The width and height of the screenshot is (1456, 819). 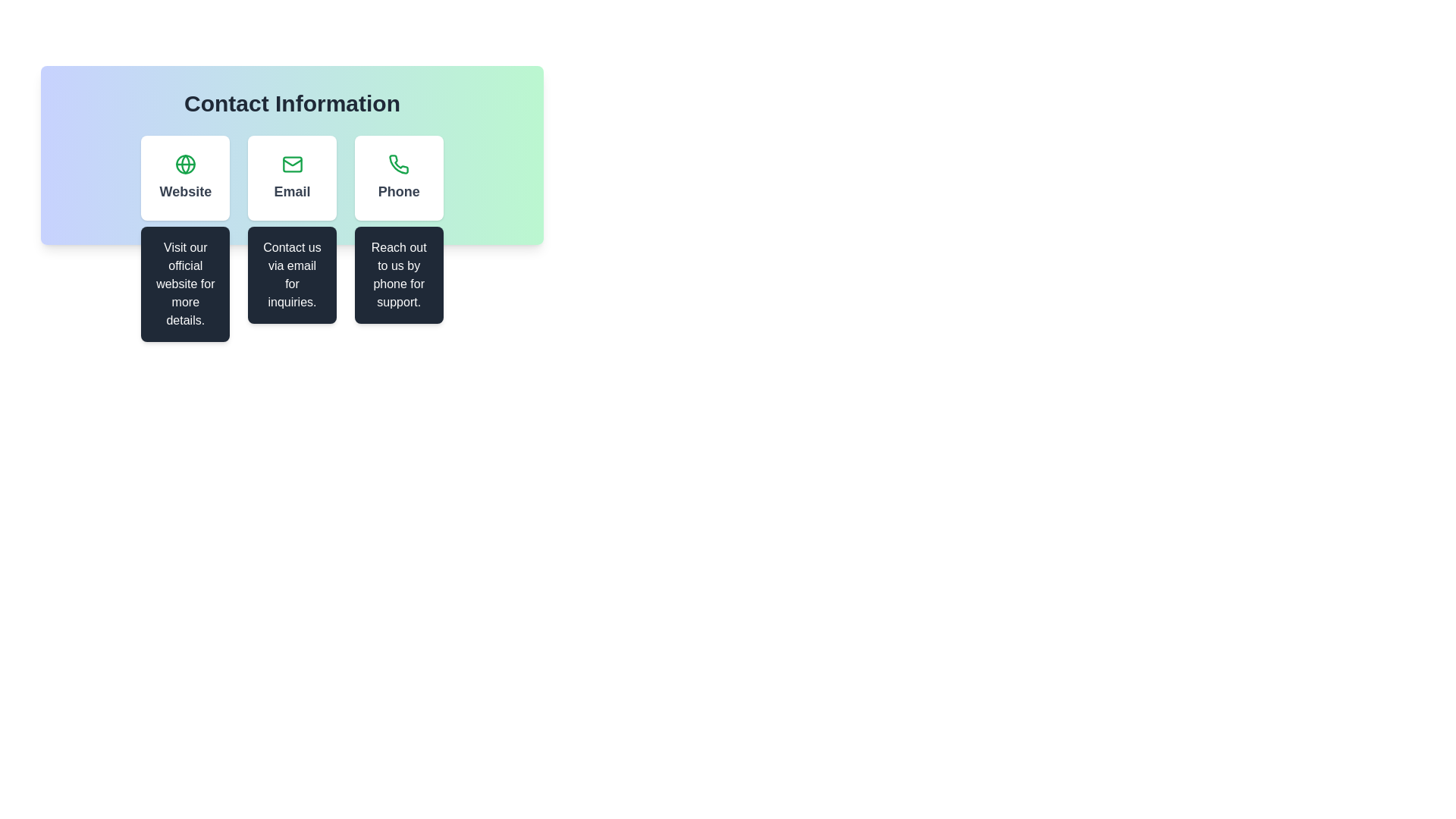 I want to click on the graphical representation of the triangular flap of the envelope, which is part of the email icon located in the Contact Information section, so click(x=292, y=162).